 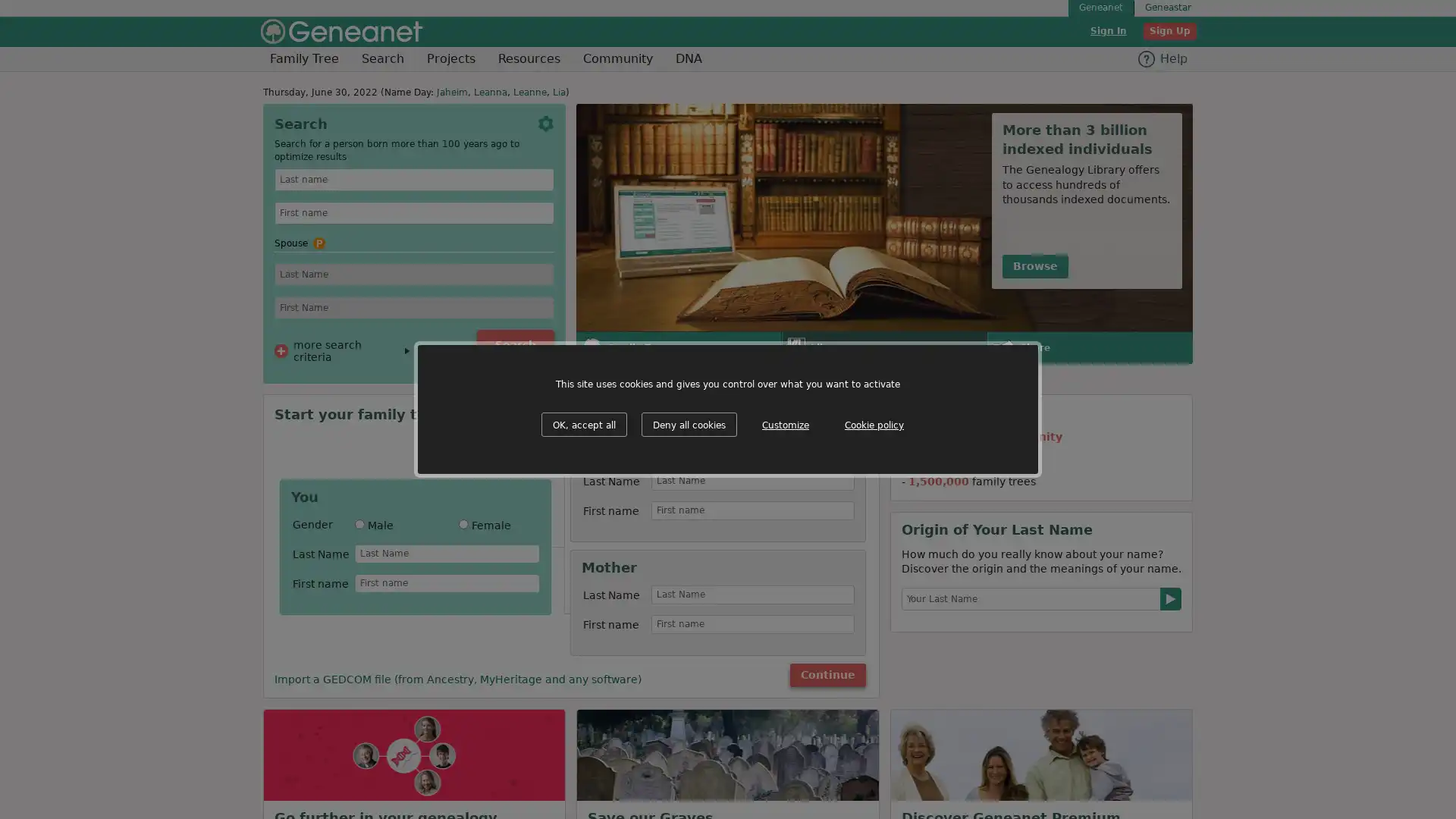 I want to click on Customize, so click(x=786, y=425).